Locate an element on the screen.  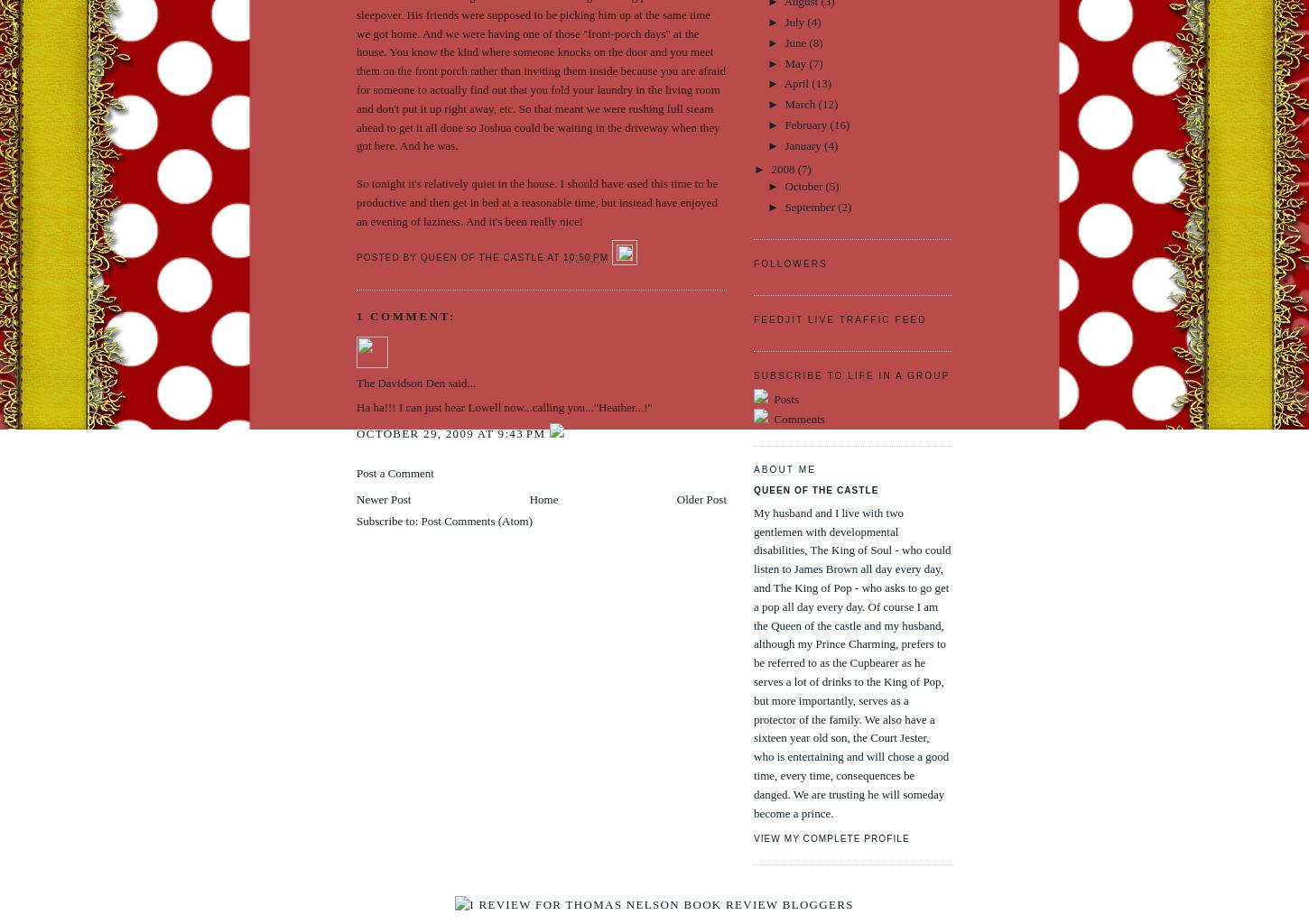
'October' is located at coordinates (803, 186).